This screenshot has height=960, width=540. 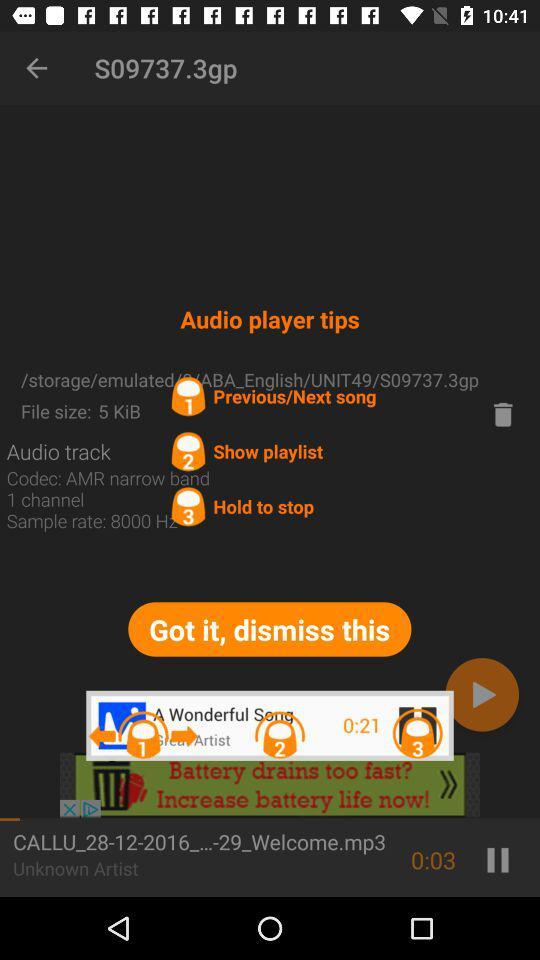 I want to click on delet song button, so click(x=502, y=413).